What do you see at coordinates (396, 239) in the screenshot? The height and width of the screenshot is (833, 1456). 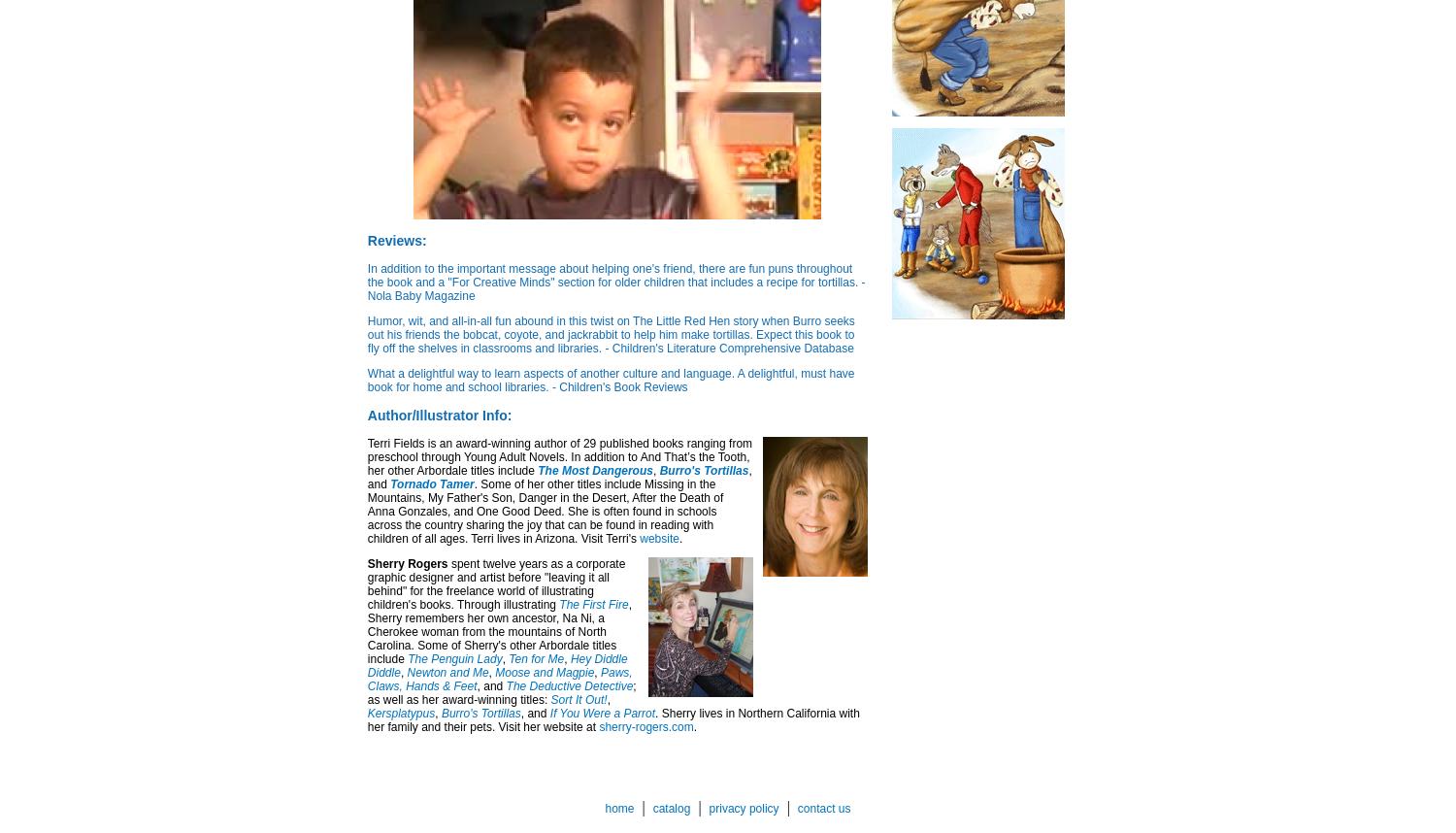 I see `'Reviews:'` at bounding box center [396, 239].